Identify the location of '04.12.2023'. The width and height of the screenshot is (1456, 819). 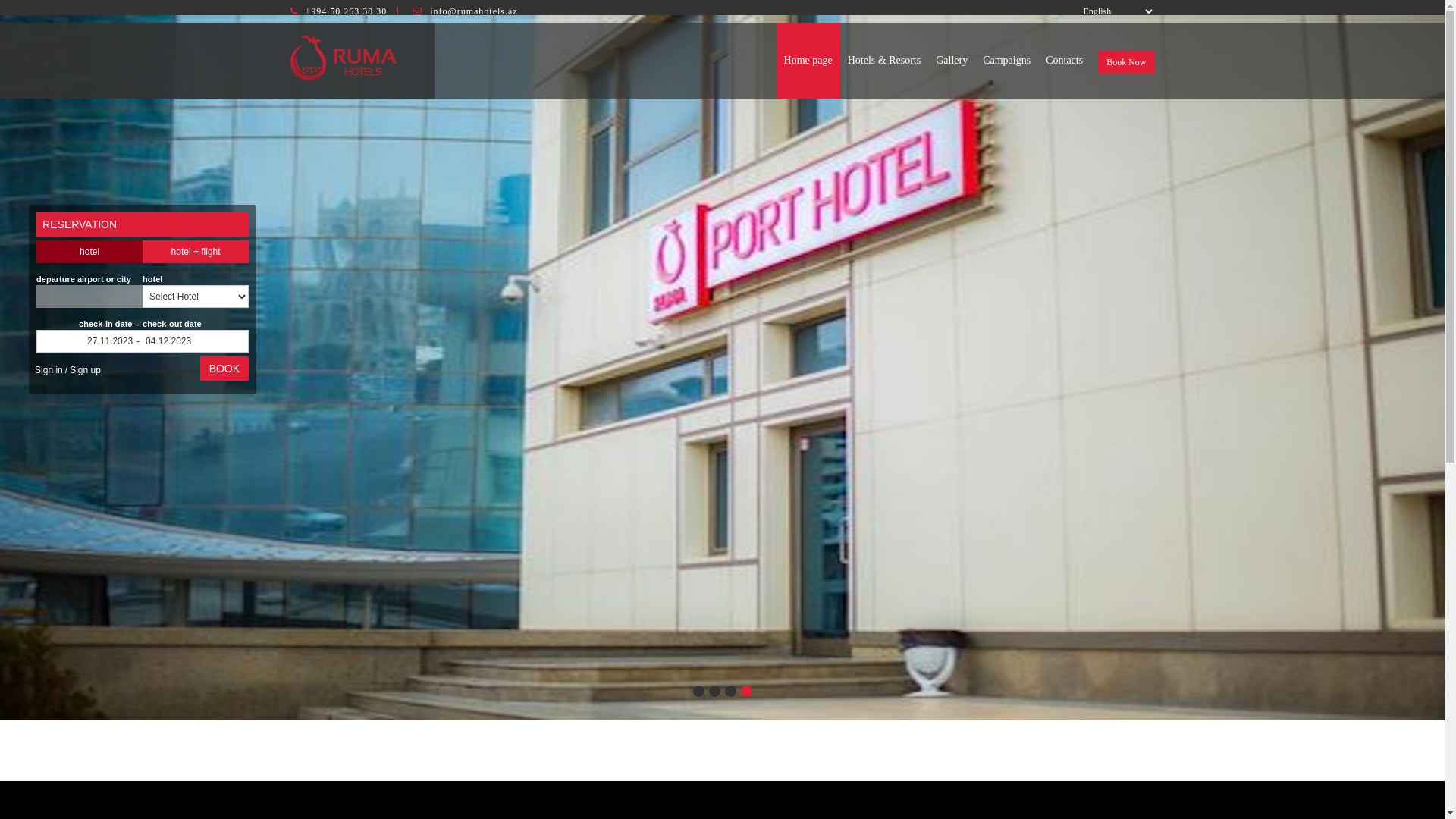
(142, 341).